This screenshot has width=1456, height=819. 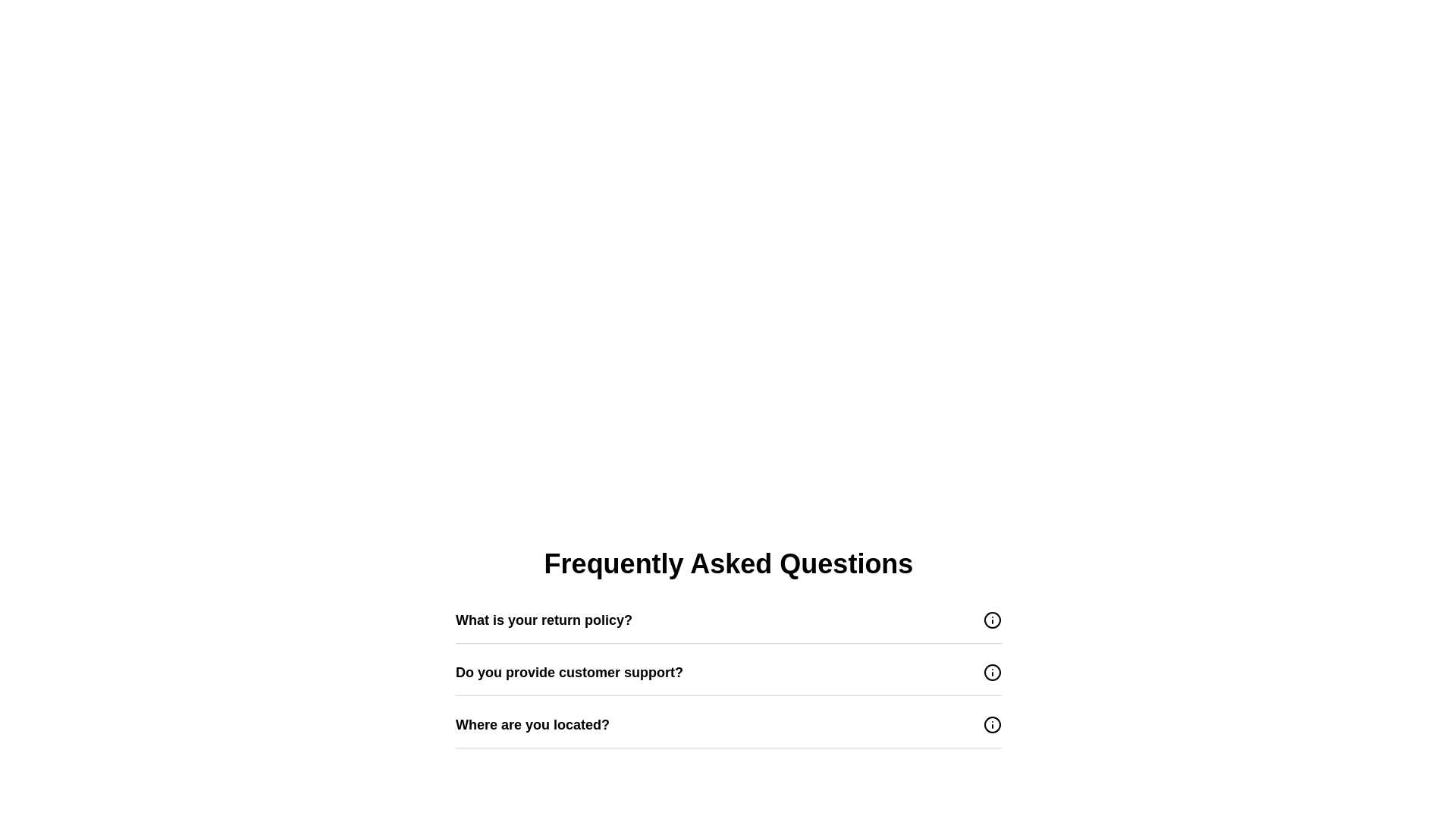 I want to click on the first FAQ item in the Frequently Asked Questions section, so click(x=728, y=620).